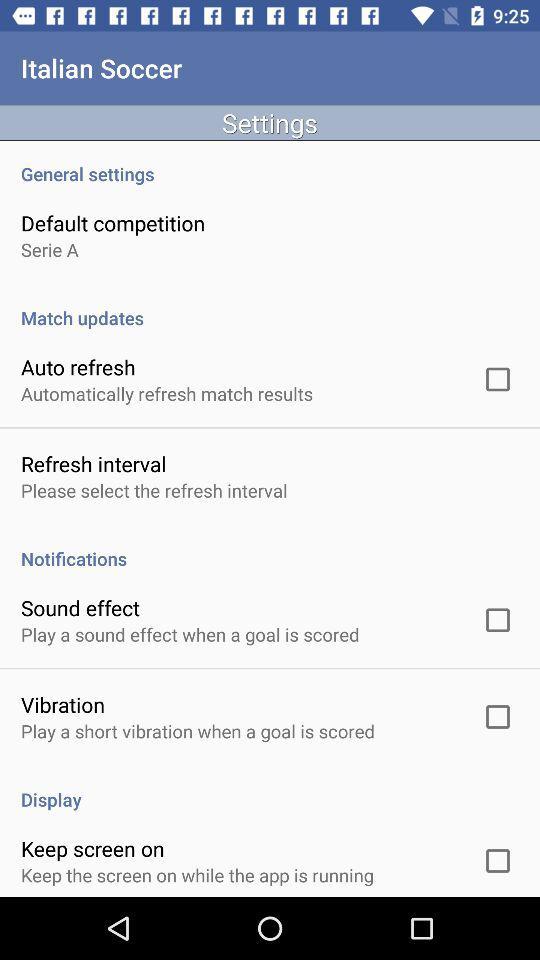 The height and width of the screenshot is (960, 540). I want to click on the item below the match updates app, so click(77, 366).